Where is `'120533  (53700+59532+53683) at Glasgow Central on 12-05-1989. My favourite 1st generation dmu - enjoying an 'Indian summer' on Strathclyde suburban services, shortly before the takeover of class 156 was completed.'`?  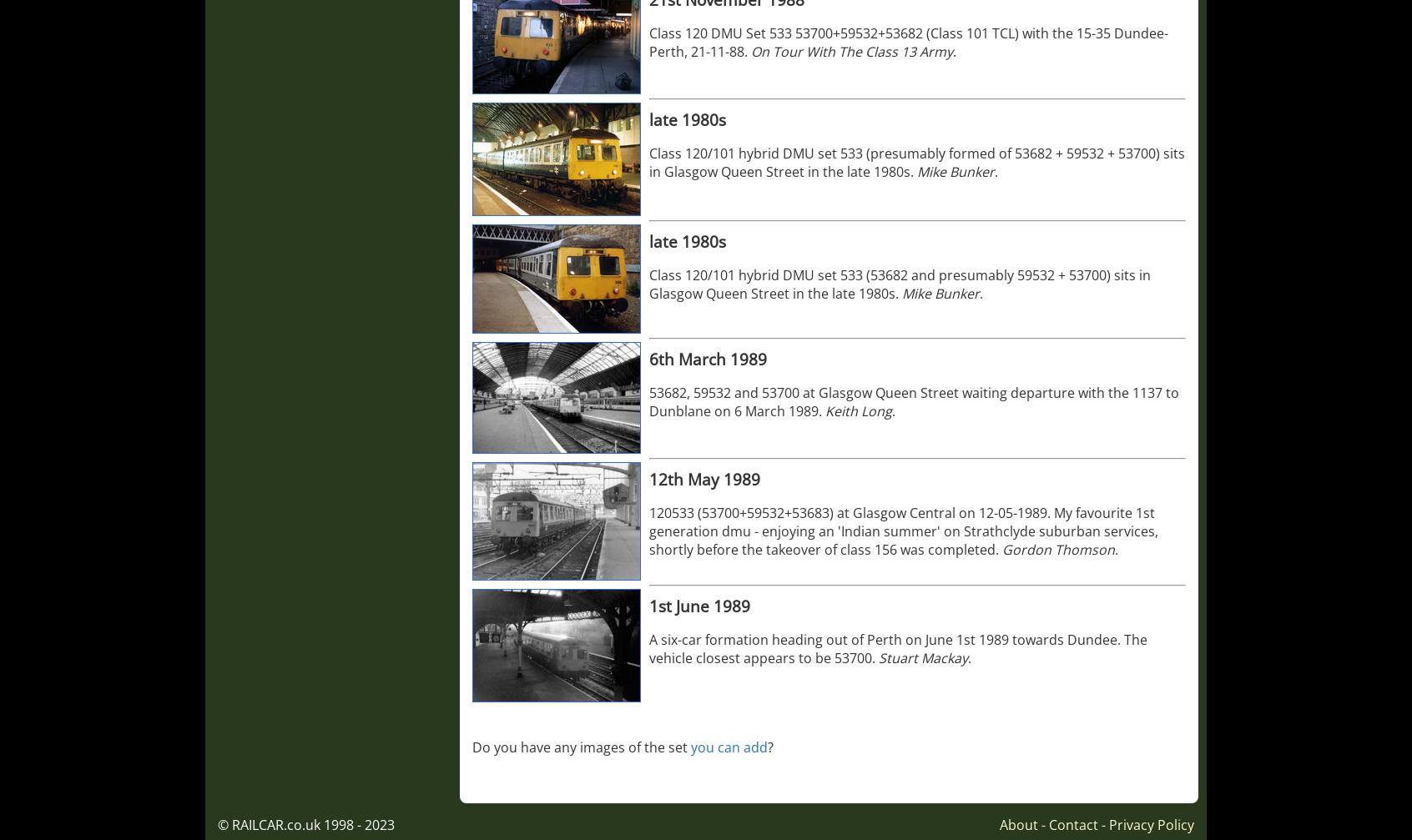 '120533  (53700+59532+53683) at Glasgow Central on 12-05-1989. My favourite 1st generation dmu - enjoying an 'Indian summer' on Strathclyde suburban services, shortly before the takeover of class 156 was completed.' is located at coordinates (904, 531).